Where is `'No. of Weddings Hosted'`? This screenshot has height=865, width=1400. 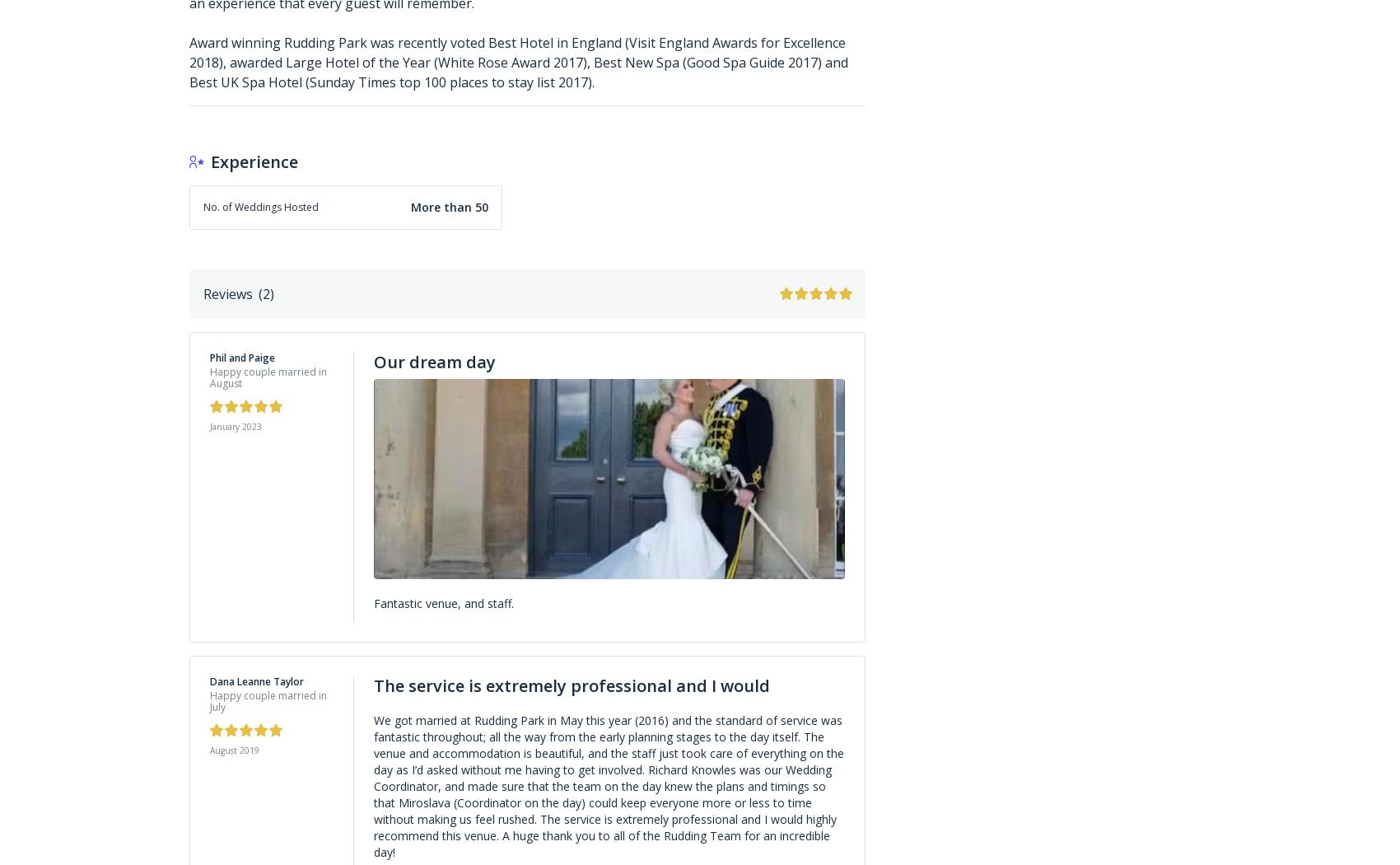
'No. of Weddings Hosted' is located at coordinates (261, 206).